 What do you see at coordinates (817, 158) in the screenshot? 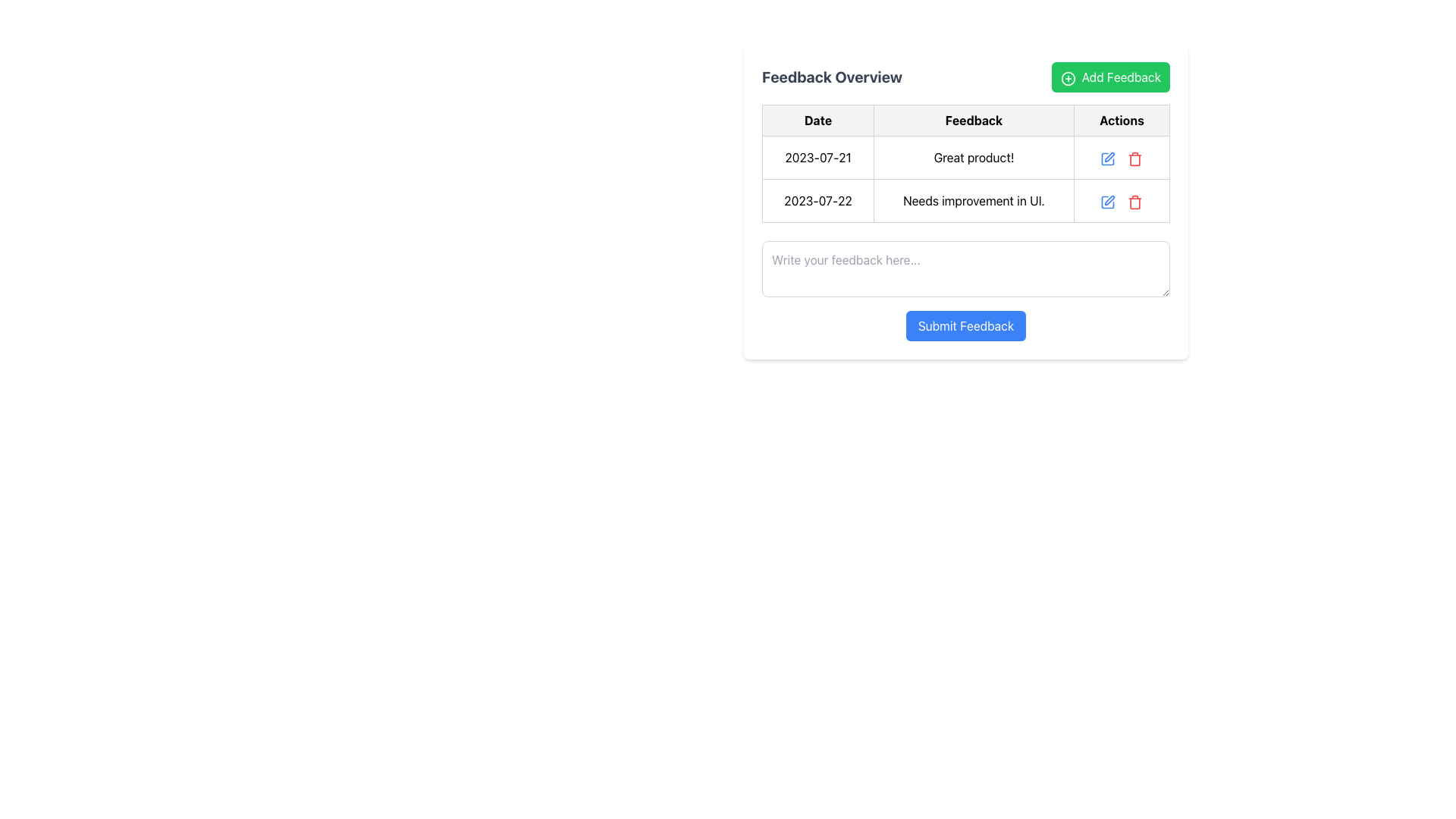
I see `the static text field displaying the date '2023-07-21' located in the 'Feedback Overview' section under the 'Date' column in the first row` at bounding box center [817, 158].